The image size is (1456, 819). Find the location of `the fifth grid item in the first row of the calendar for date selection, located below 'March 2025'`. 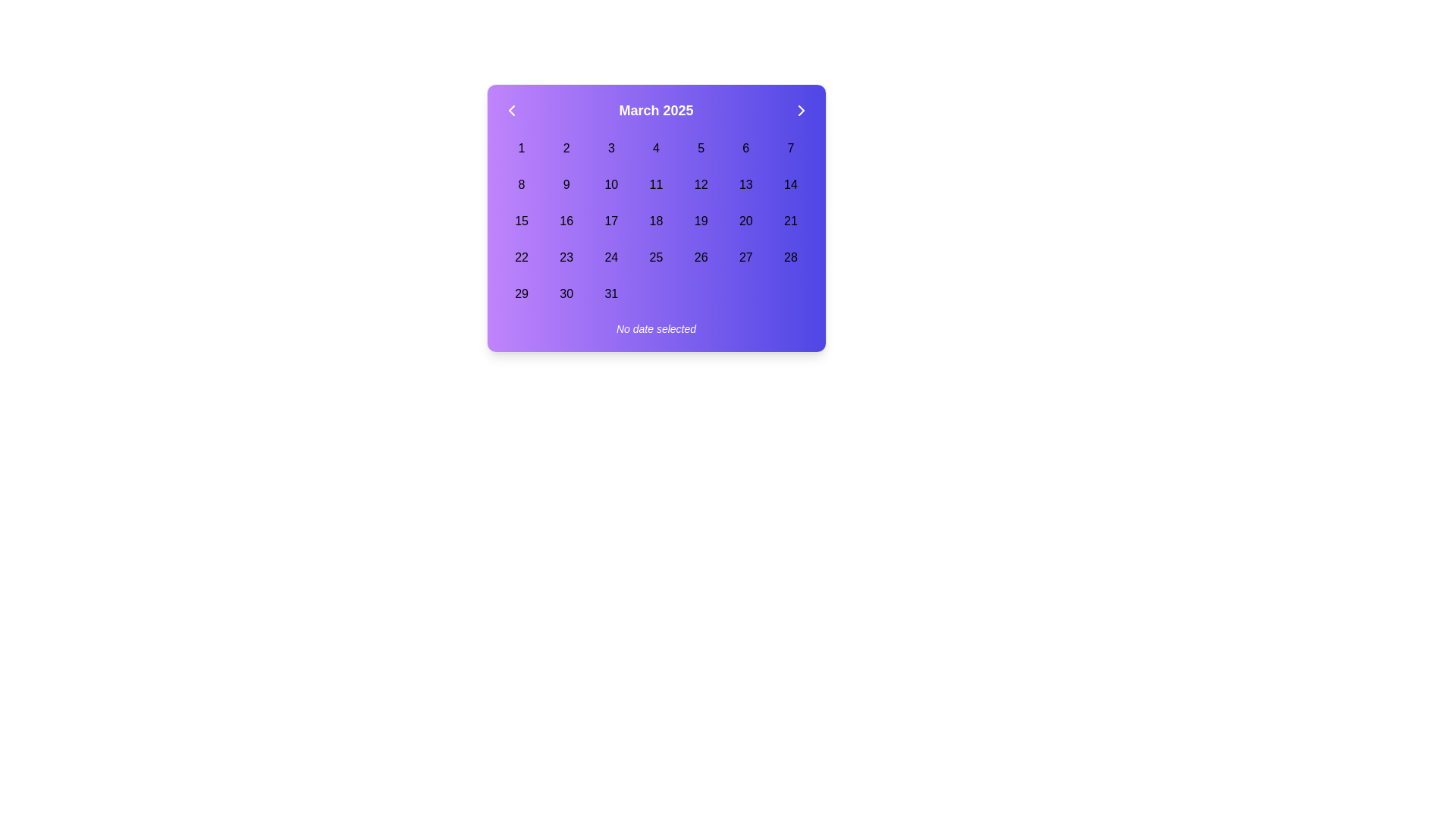

the fifth grid item in the first row of the calendar for date selection, located below 'March 2025' is located at coordinates (700, 149).